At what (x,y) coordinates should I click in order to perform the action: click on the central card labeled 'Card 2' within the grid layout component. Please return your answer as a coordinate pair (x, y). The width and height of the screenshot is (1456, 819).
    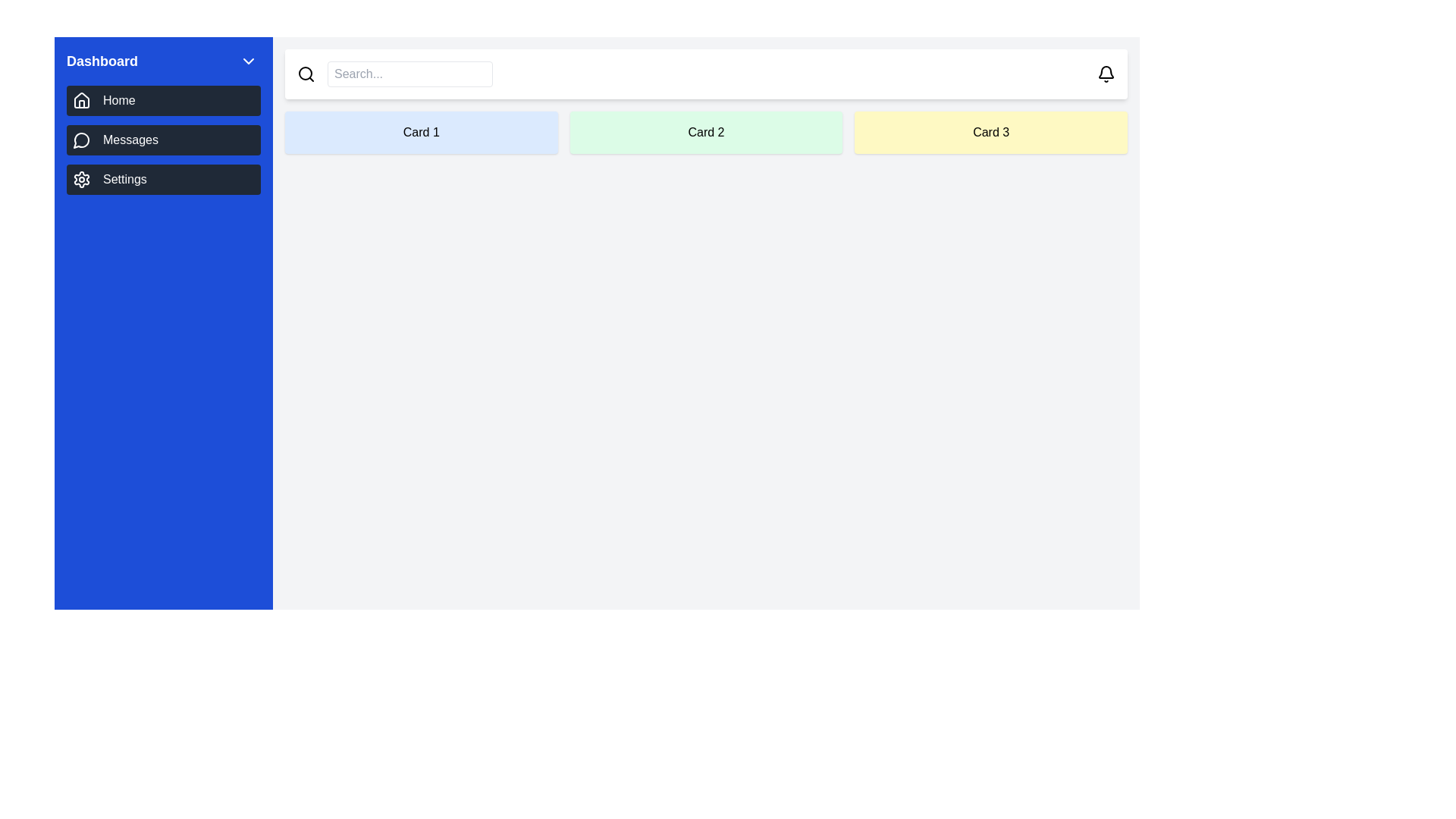
    Looking at the image, I should click on (705, 131).